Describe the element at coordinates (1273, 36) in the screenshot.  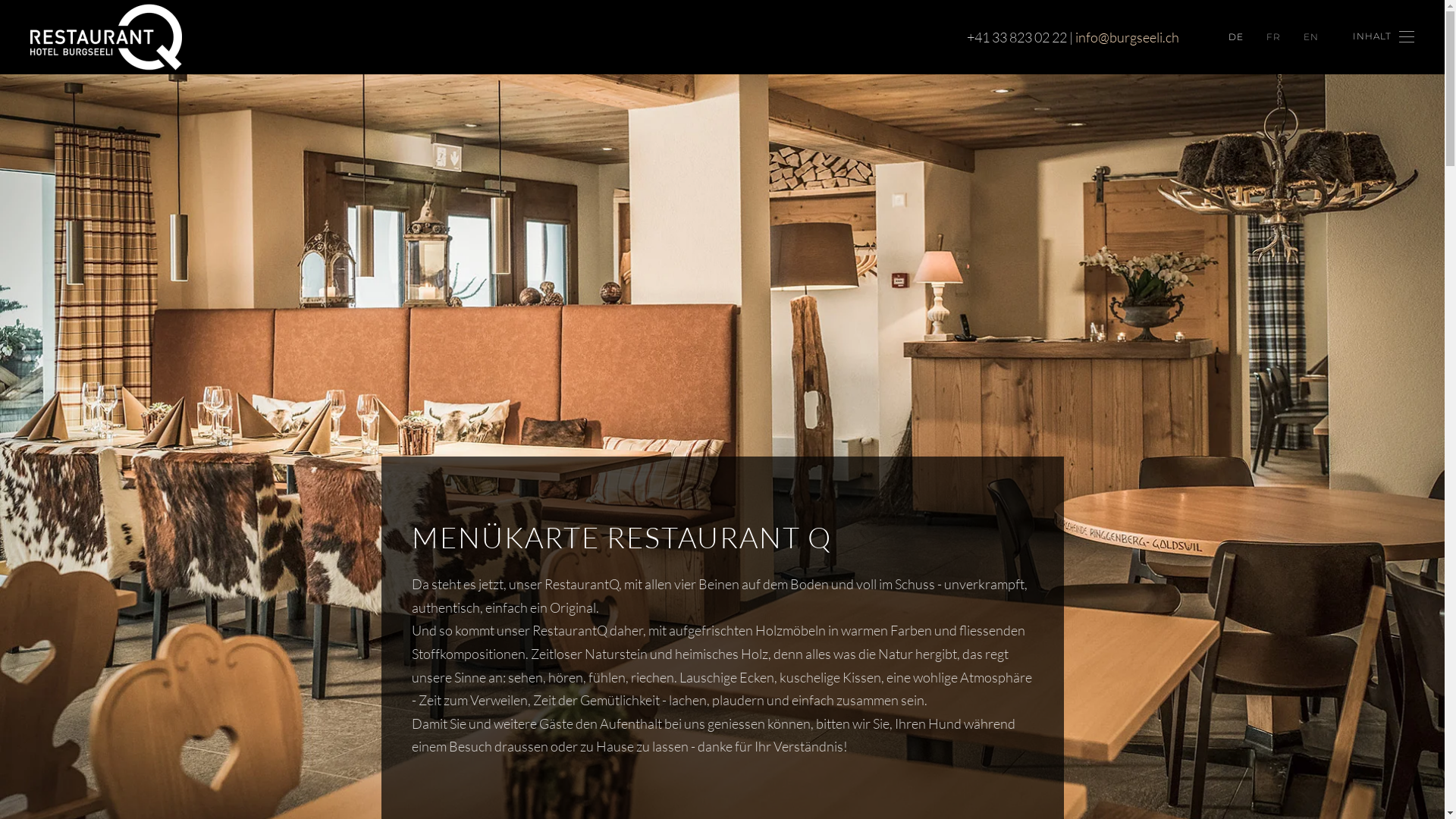
I see `'FR'` at that location.